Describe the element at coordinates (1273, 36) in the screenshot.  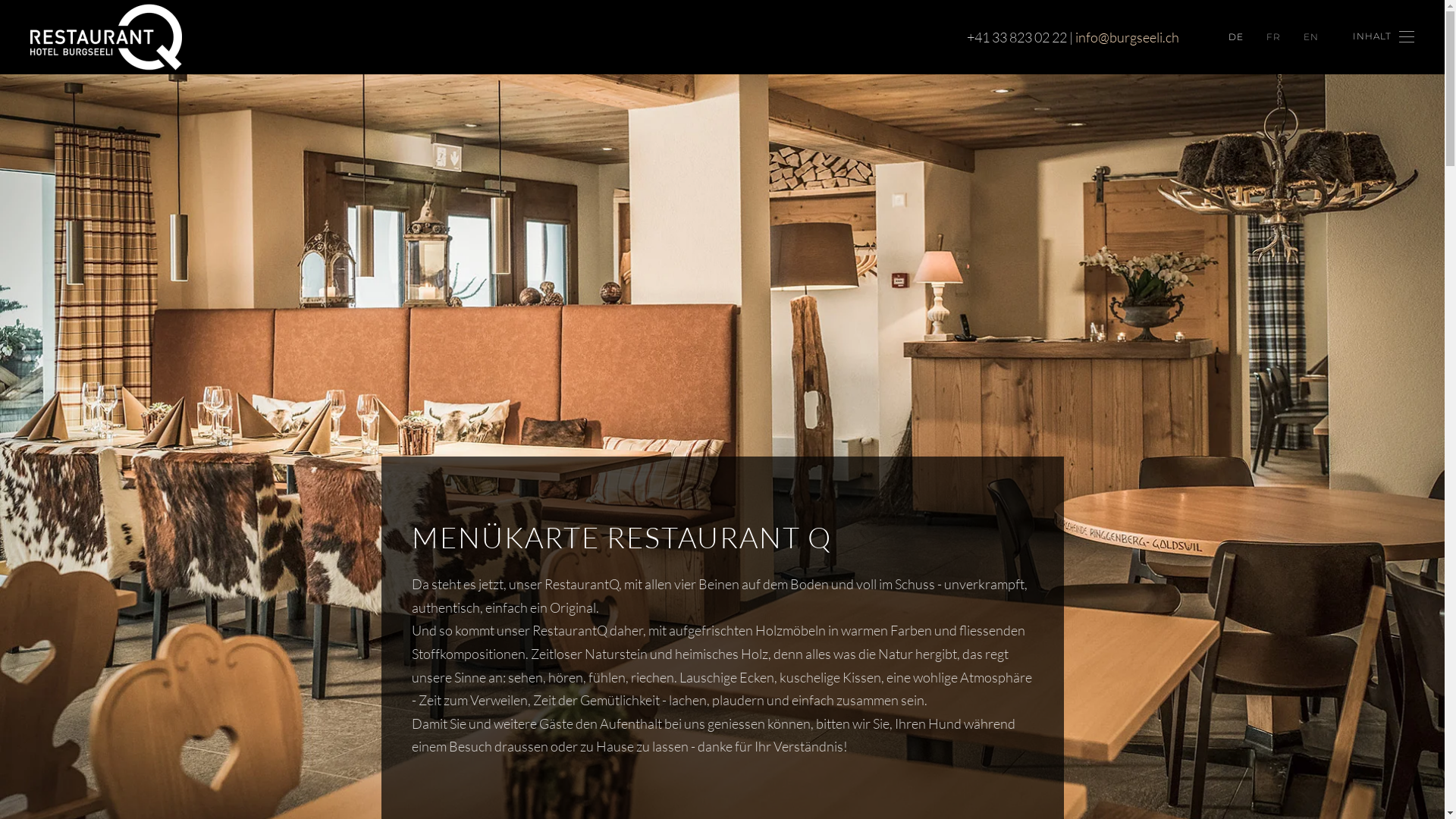
I see `'FR'` at that location.